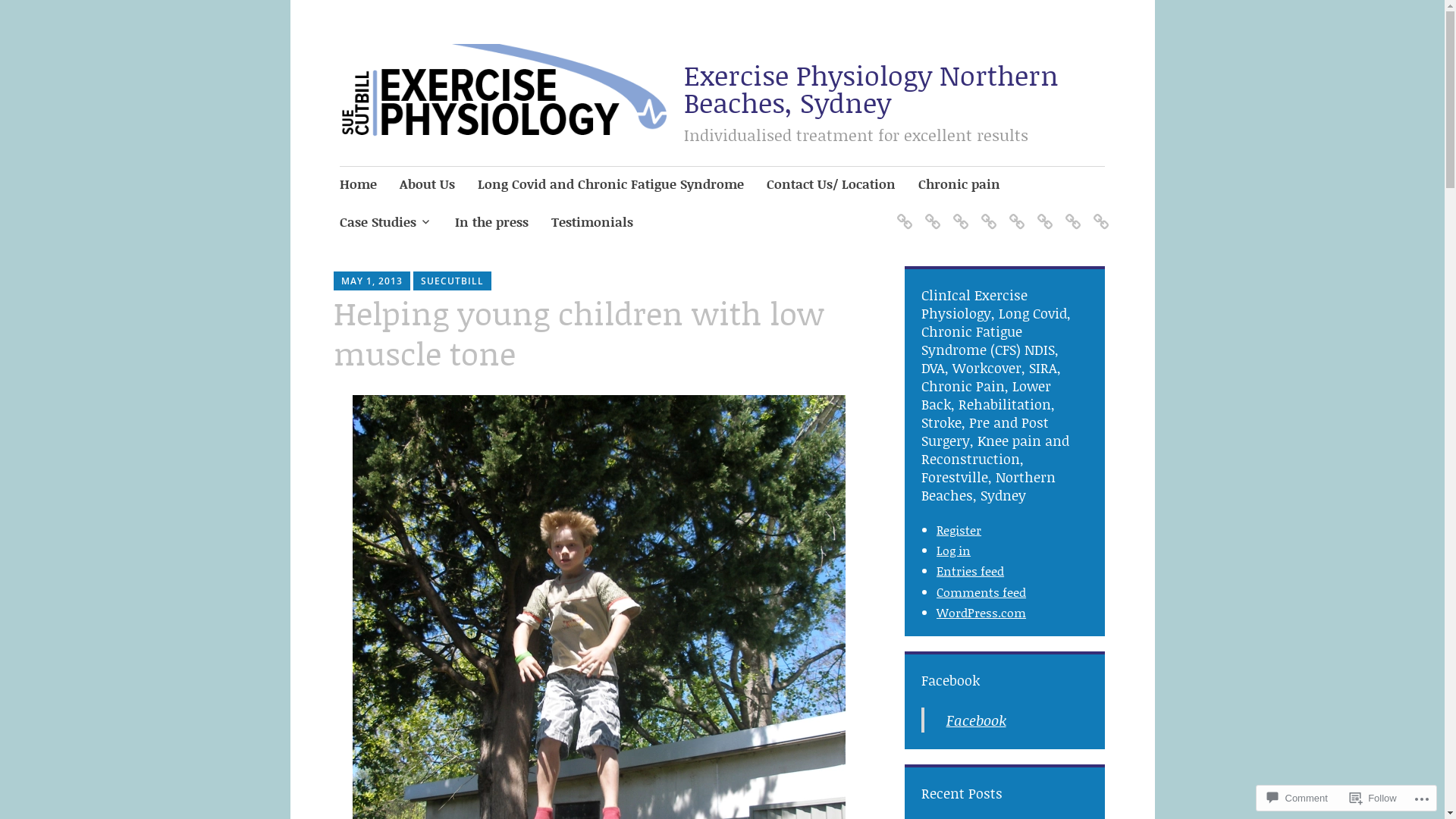 This screenshot has width=1456, height=819. Describe the element at coordinates (1373, 797) in the screenshot. I see `'Follow'` at that location.